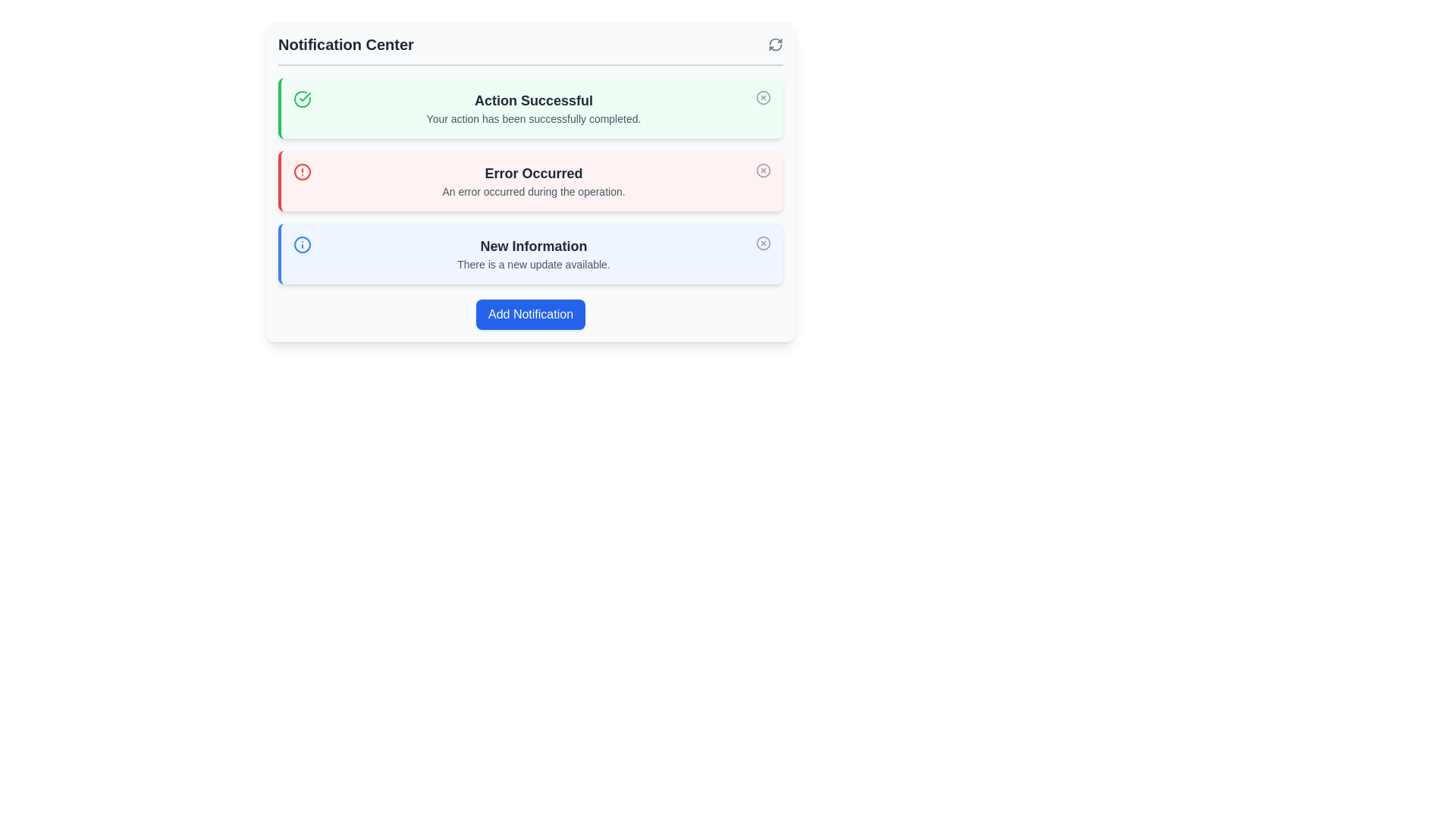  Describe the element at coordinates (764, 170) in the screenshot. I see `the circular gray button with a crossed-out mark inside, located at the top-right corner of the 'Error Occurred' notification box to change its shade` at that location.